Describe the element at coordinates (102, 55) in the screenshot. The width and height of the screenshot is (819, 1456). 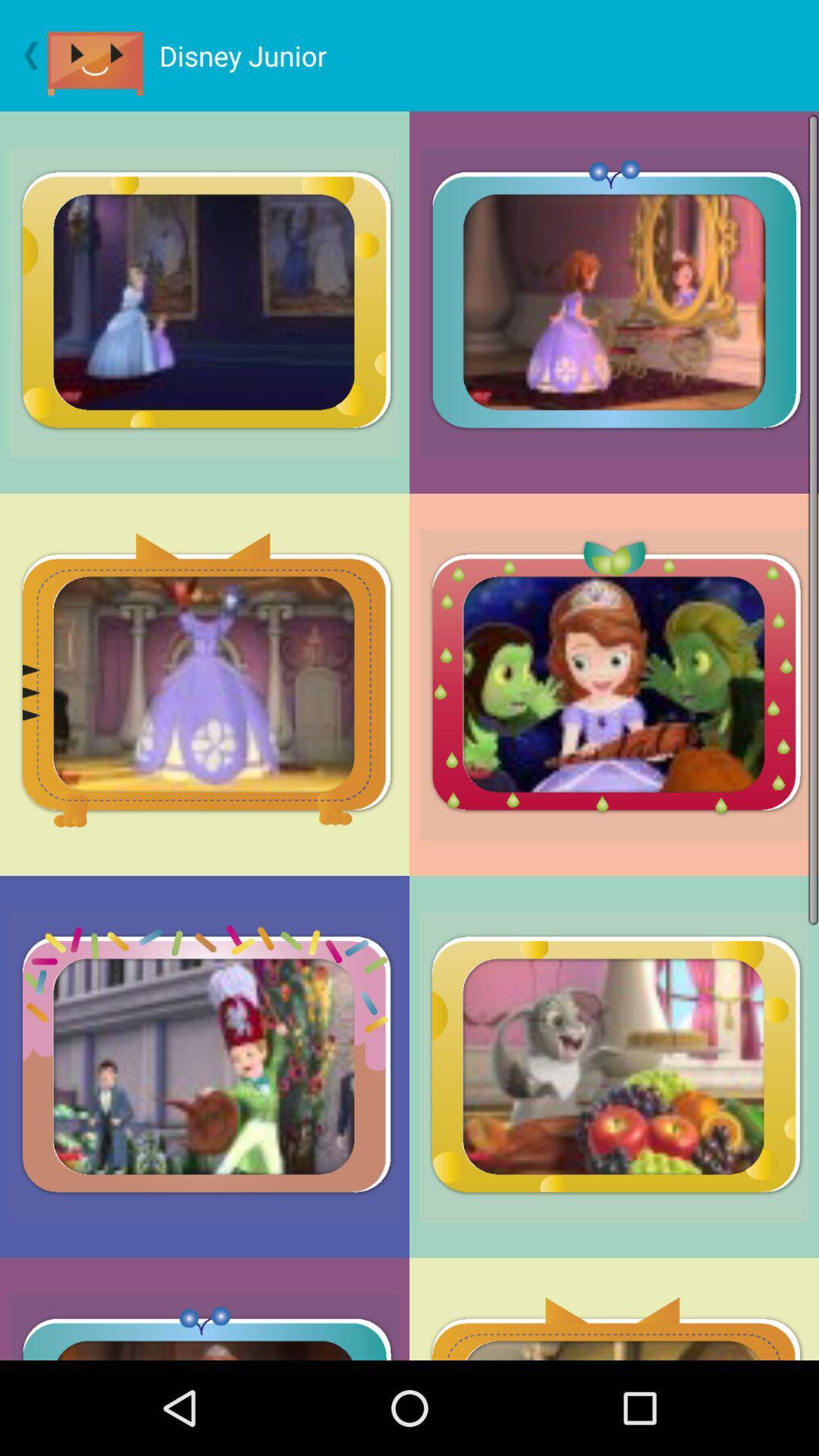
I see `video` at that location.